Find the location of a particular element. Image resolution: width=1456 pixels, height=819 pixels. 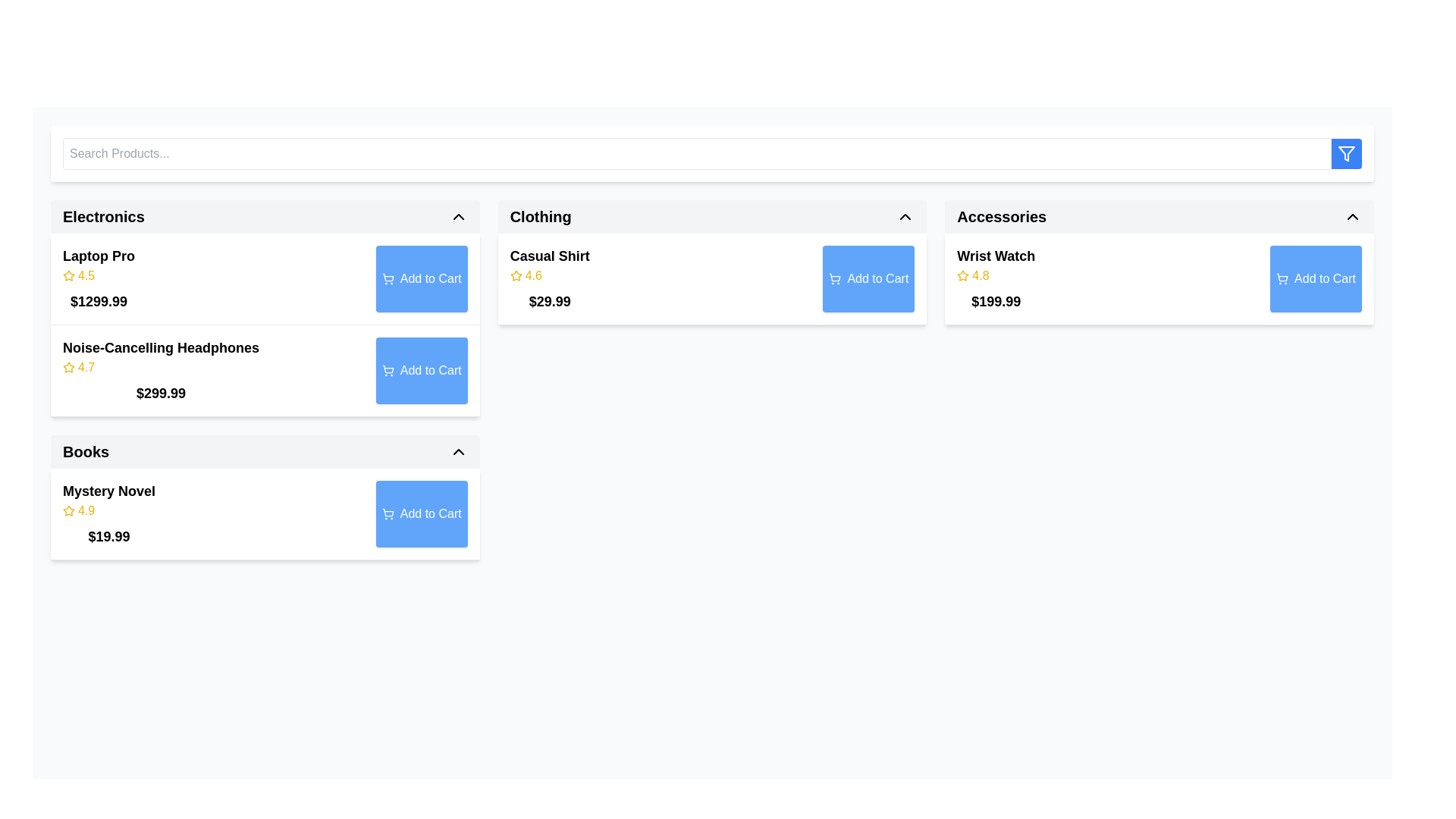

the star icon indicating the rating for the 'Noise-Cancelling Headphones' product in the 'Electronics' section is located at coordinates (68, 367).